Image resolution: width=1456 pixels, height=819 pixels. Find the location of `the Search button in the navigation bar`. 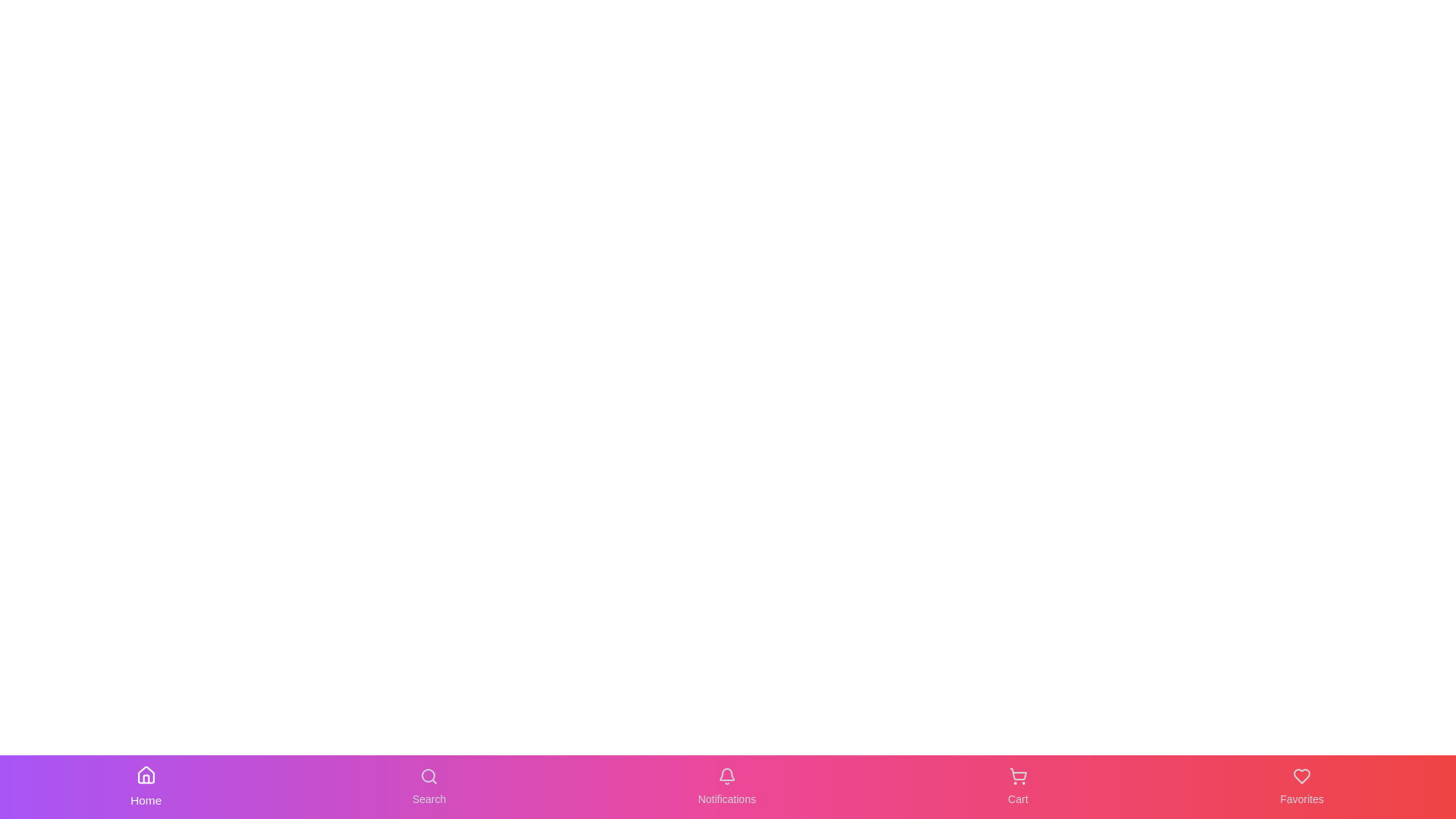

the Search button in the navigation bar is located at coordinates (428, 786).